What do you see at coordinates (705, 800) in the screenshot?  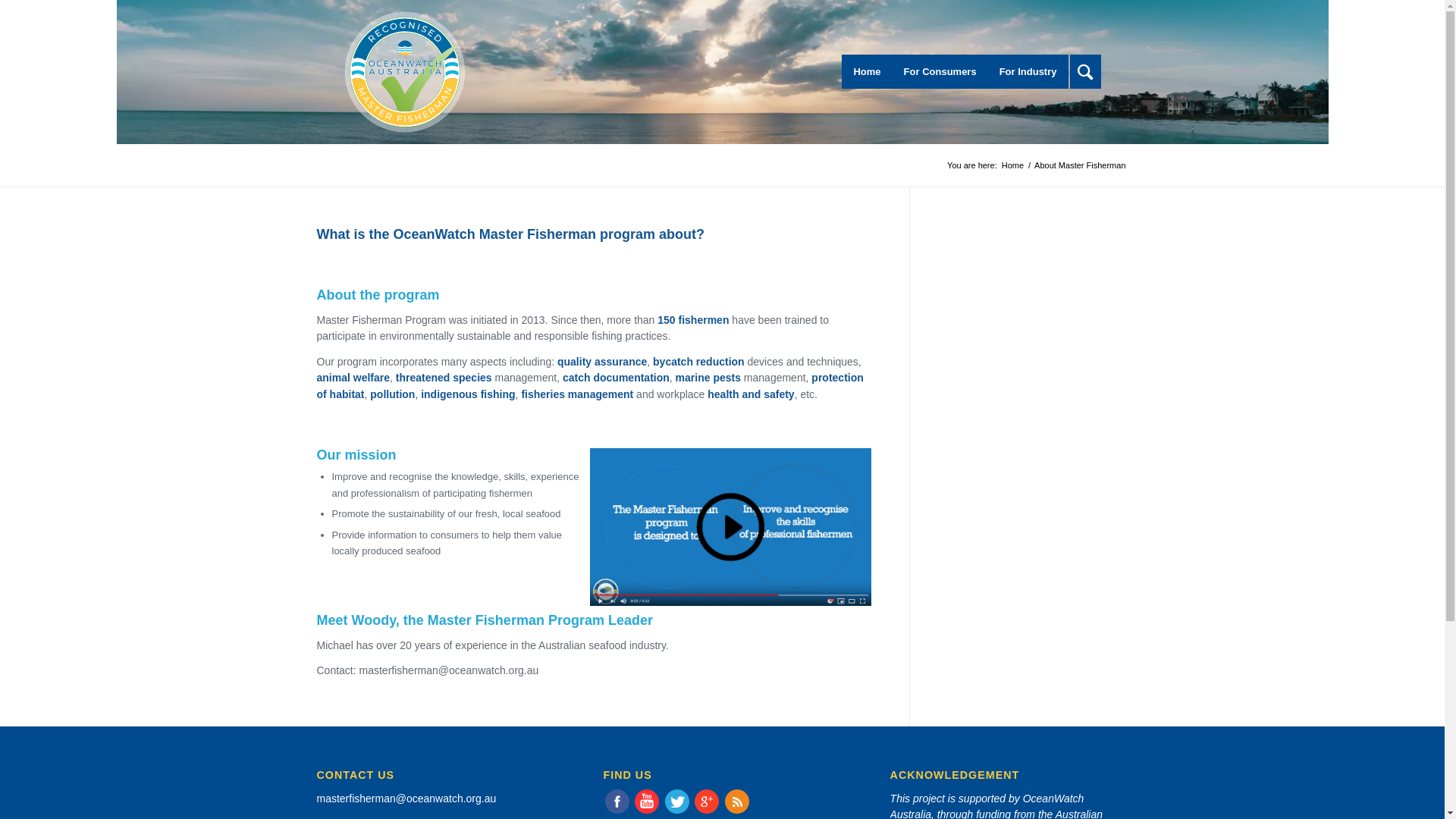 I see `'Gplus'` at bounding box center [705, 800].